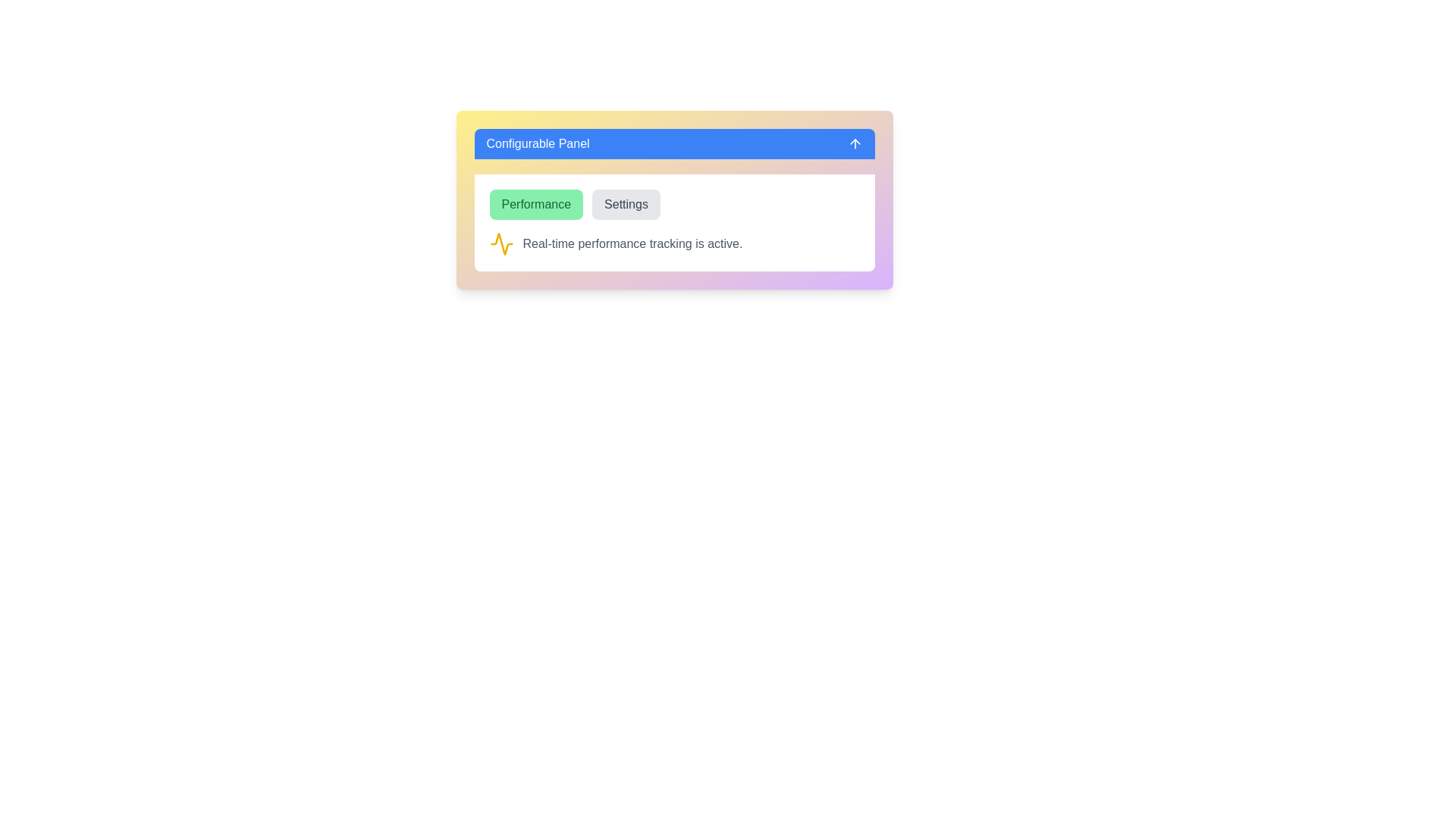  Describe the element at coordinates (673, 243) in the screenshot. I see `the informational text element that contains a yellow pulsating activity icon and the text 'Real-time performance tracking is active.'` at that location.